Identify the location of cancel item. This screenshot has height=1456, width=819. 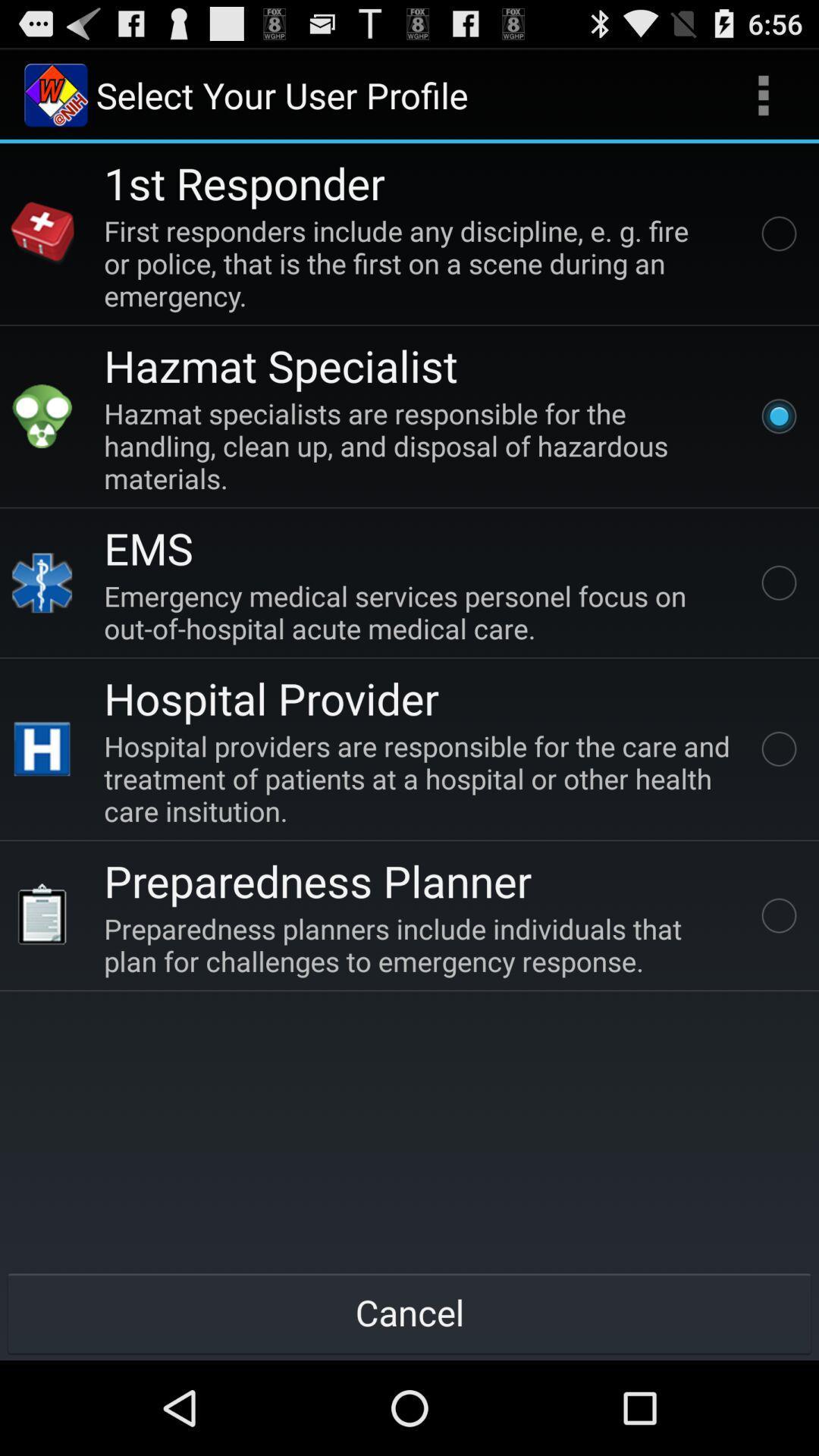
(409, 1312).